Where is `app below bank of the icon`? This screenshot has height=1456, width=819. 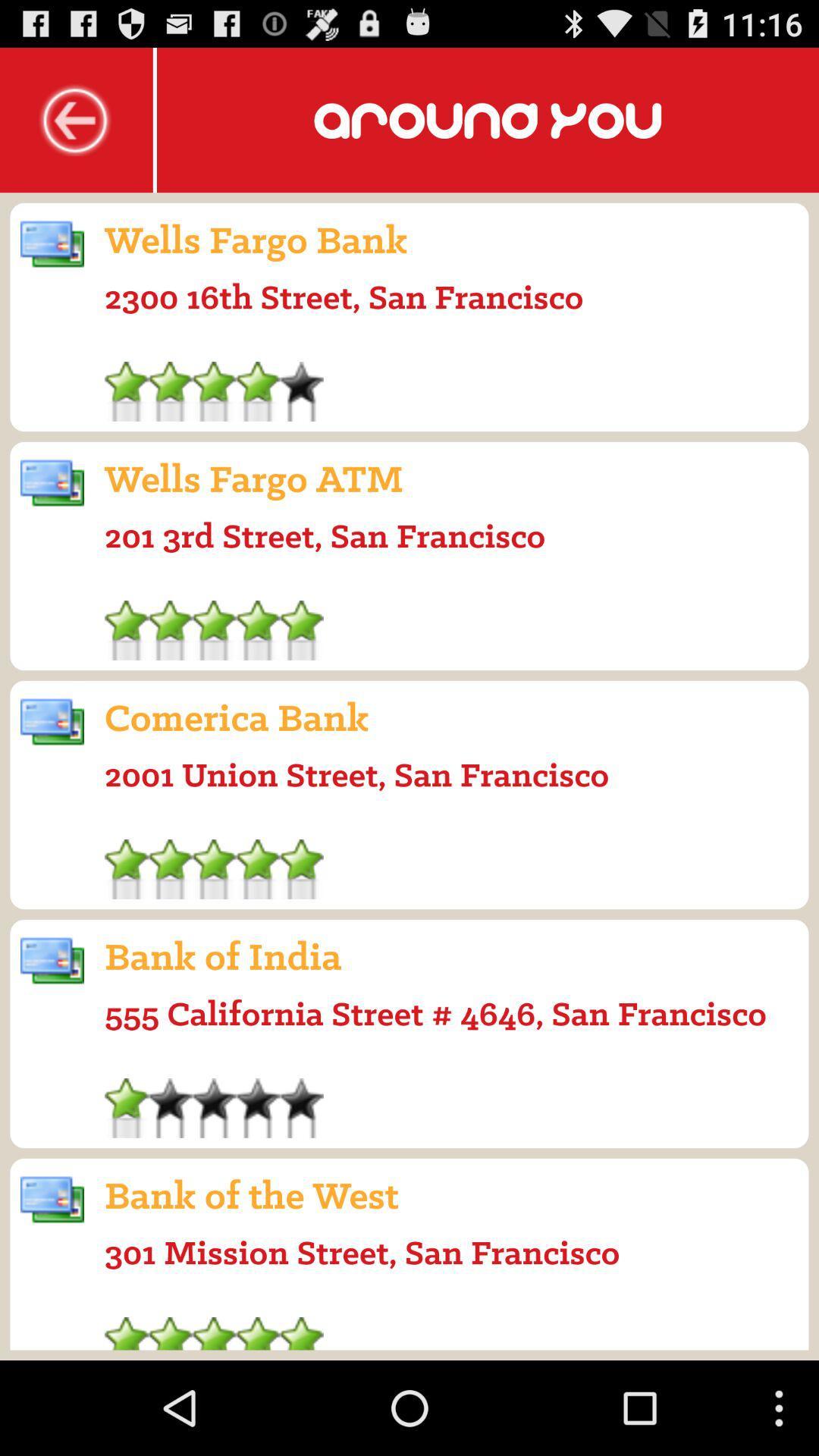 app below bank of the icon is located at coordinates (362, 1252).